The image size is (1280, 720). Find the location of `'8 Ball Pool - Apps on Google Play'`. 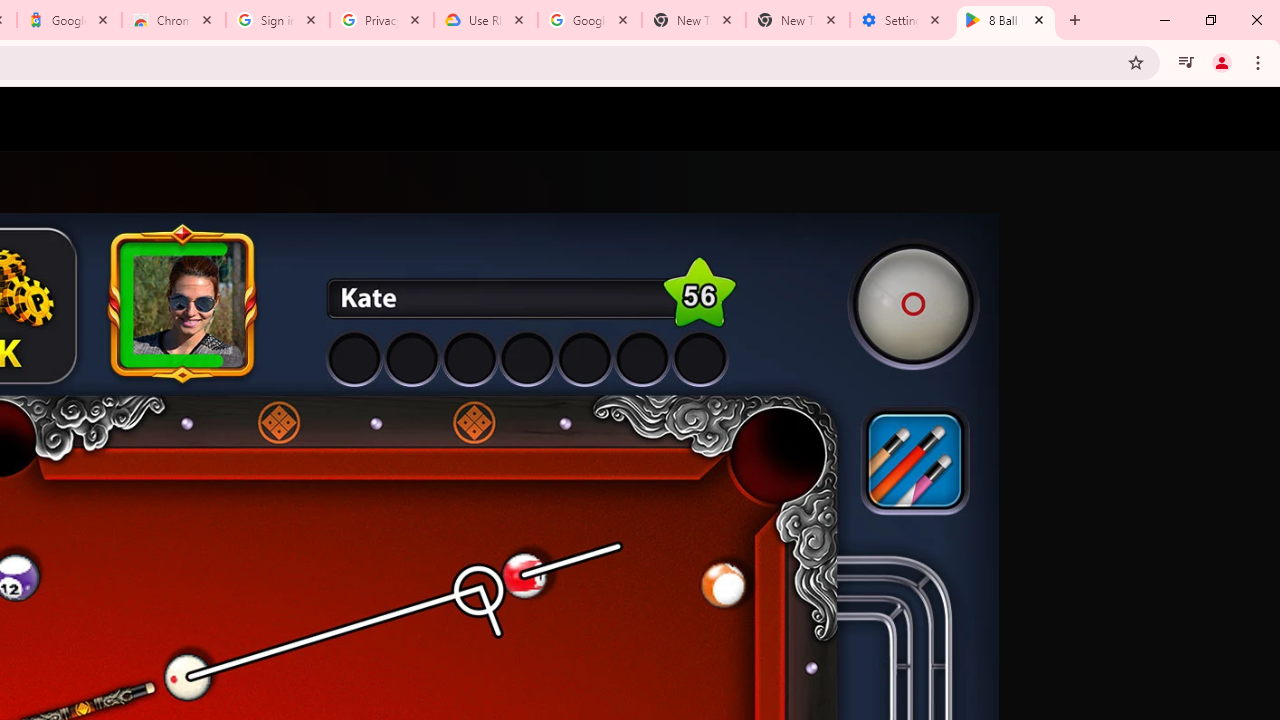

'8 Ball Pool - Apps on Google Play' is located at coordinates (1006, 20).